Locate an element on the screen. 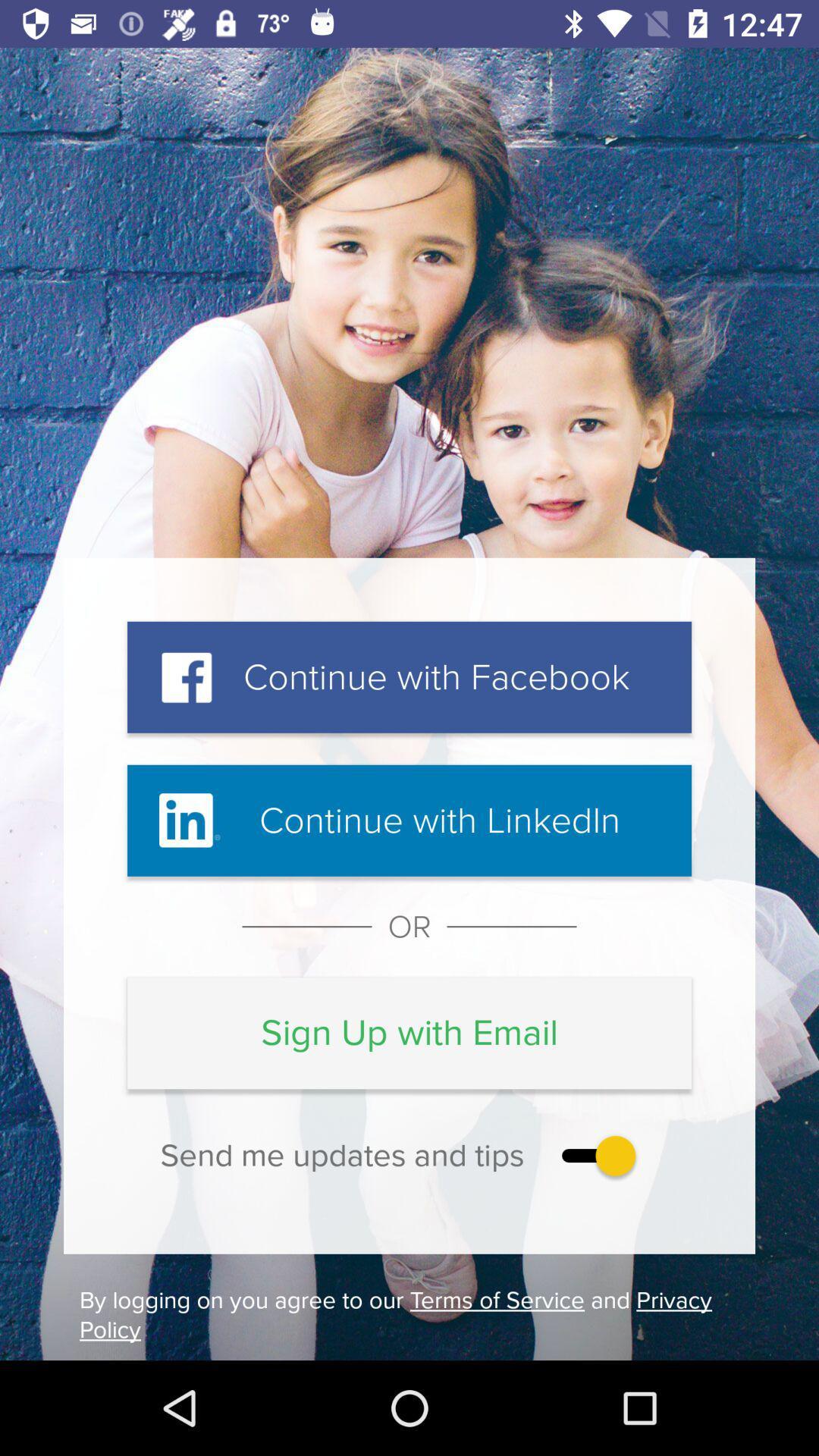  the icon next to the send me updates icon is located at coordinates (595, 1155).